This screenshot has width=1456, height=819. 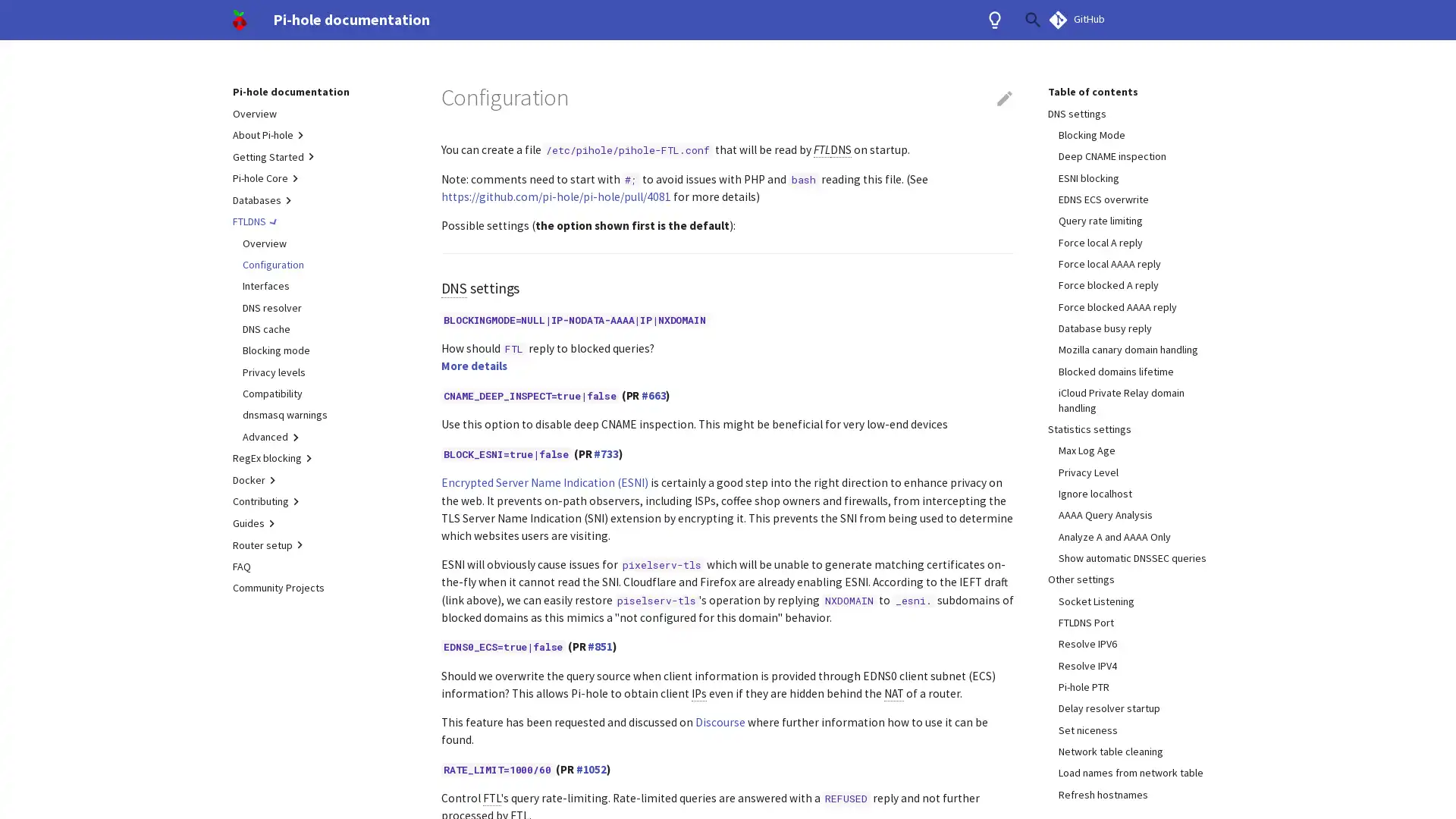 I want to click on Clear, so click(x=996, y=20).